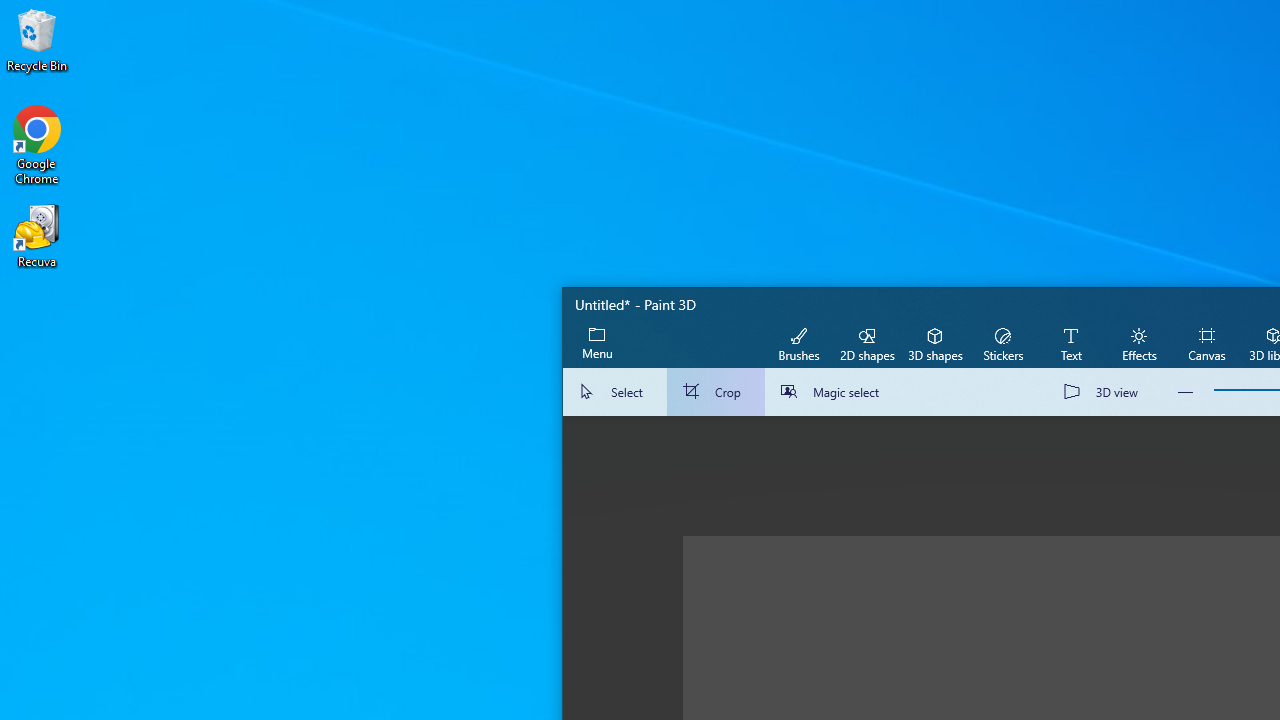  Describe the element at coordinates (596, 342) in the screenshot. I see `'Expand menu'` at that location.